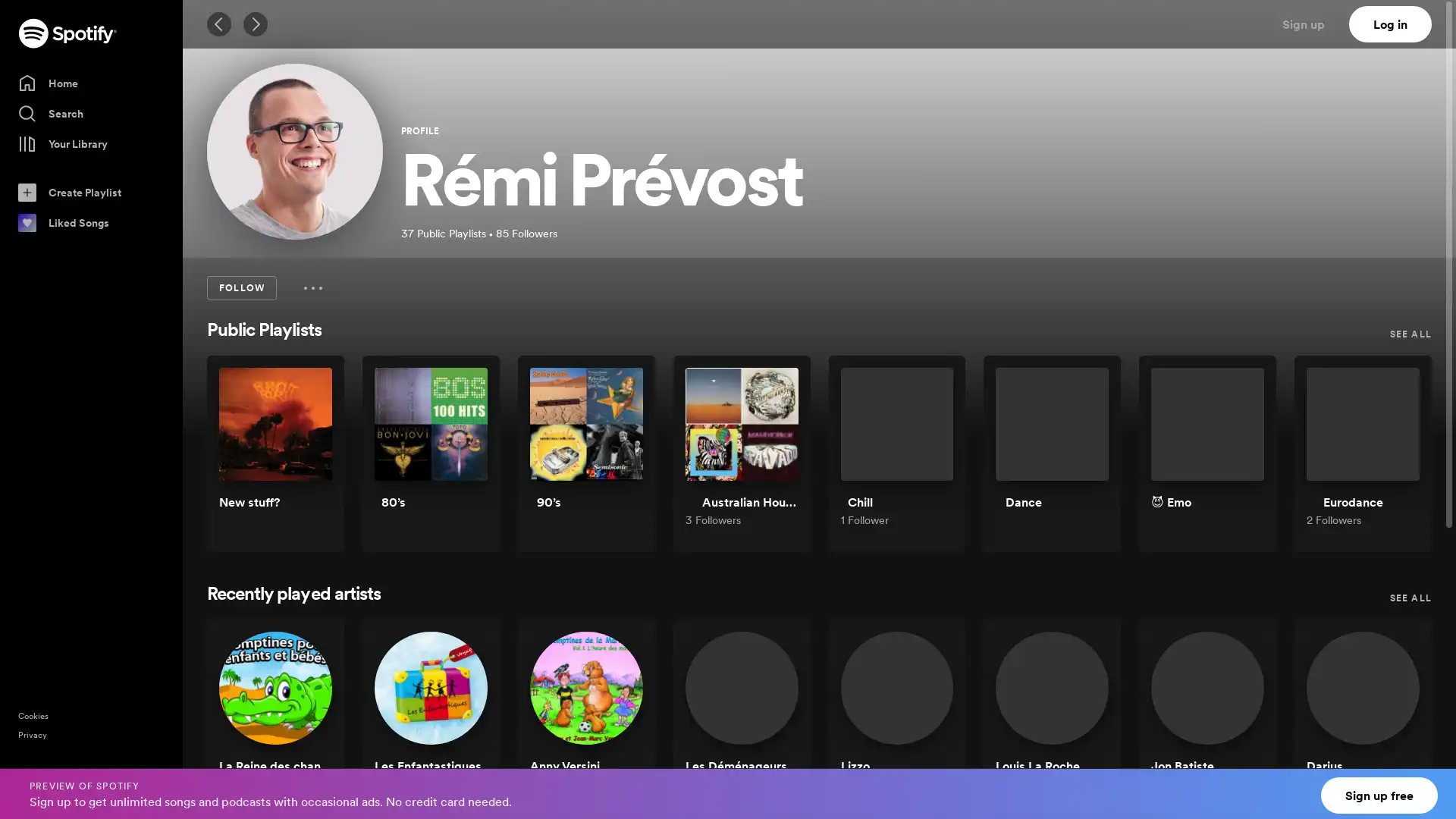  What do you see at coordinates (461, 461) in the screenshot?
I see `Play 80s` at bounding box center [461, 461].